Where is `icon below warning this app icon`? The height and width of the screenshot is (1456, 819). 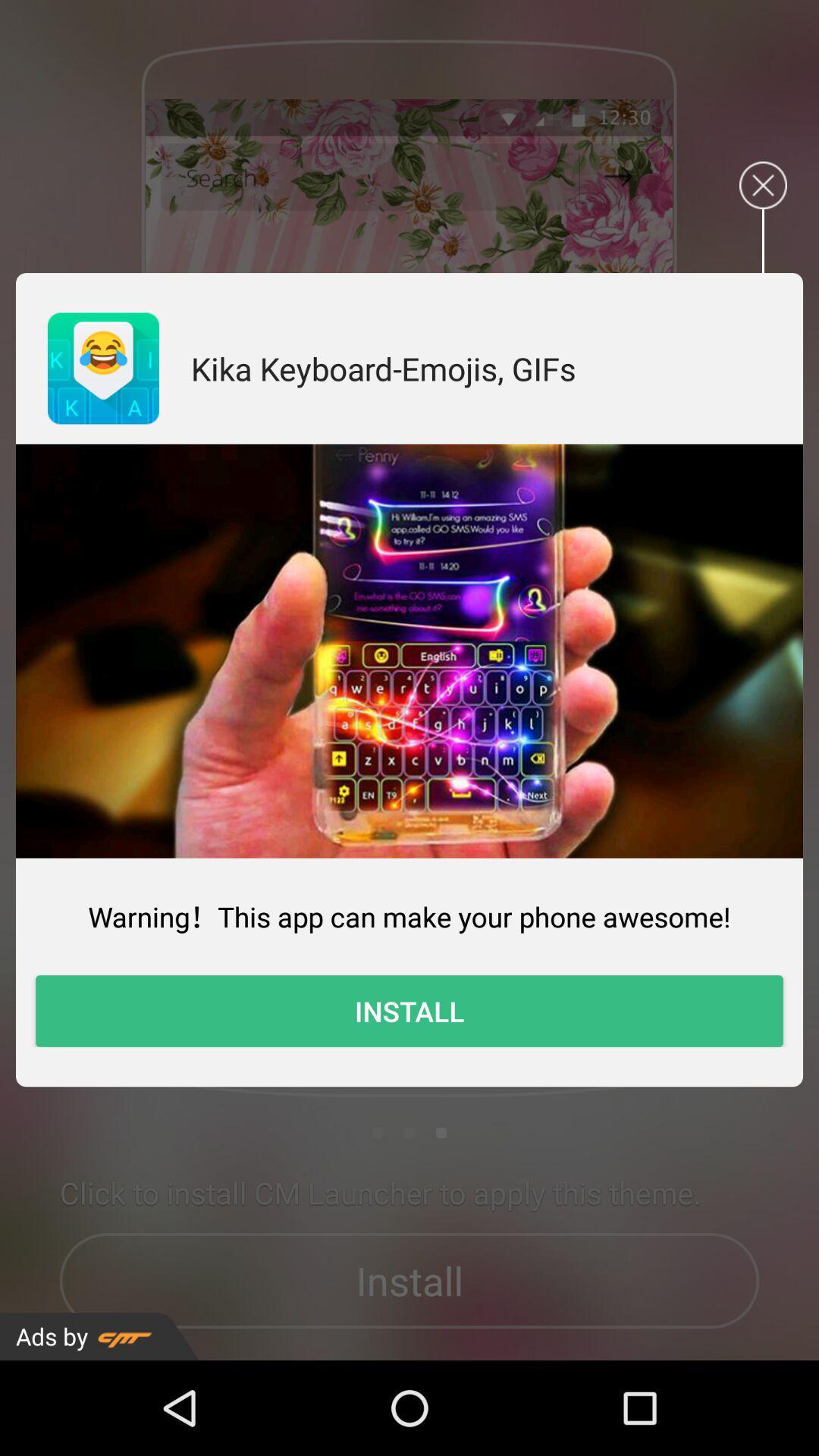
icon below warning this app icon is located at coordinates (409, 1011).